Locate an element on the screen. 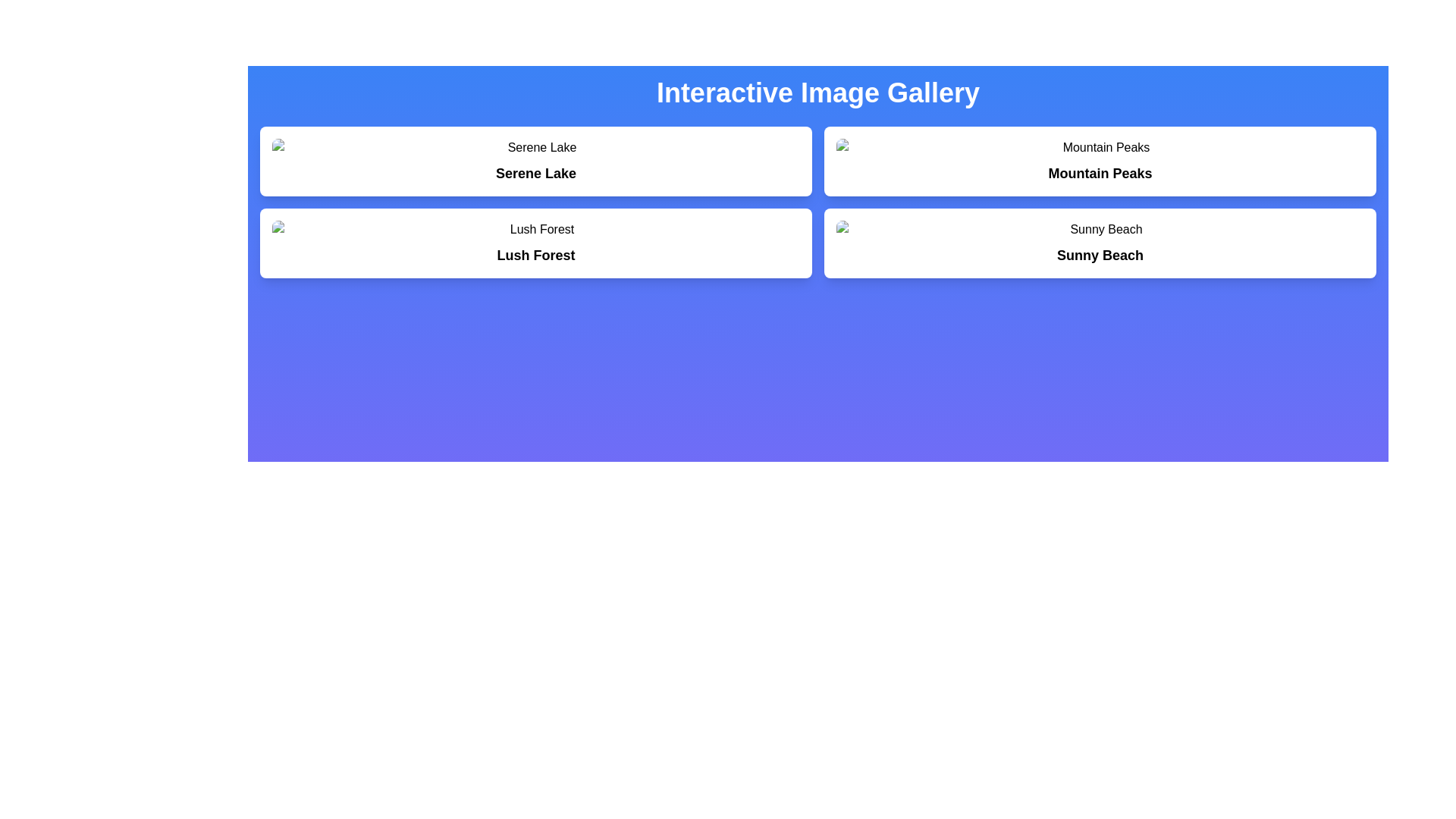 The height and width of the screenshot is (819, 1456). the image element displaying 'Mountain Peaks' in the top-right quadrant of the interface is located at coordinates (1100, 148).